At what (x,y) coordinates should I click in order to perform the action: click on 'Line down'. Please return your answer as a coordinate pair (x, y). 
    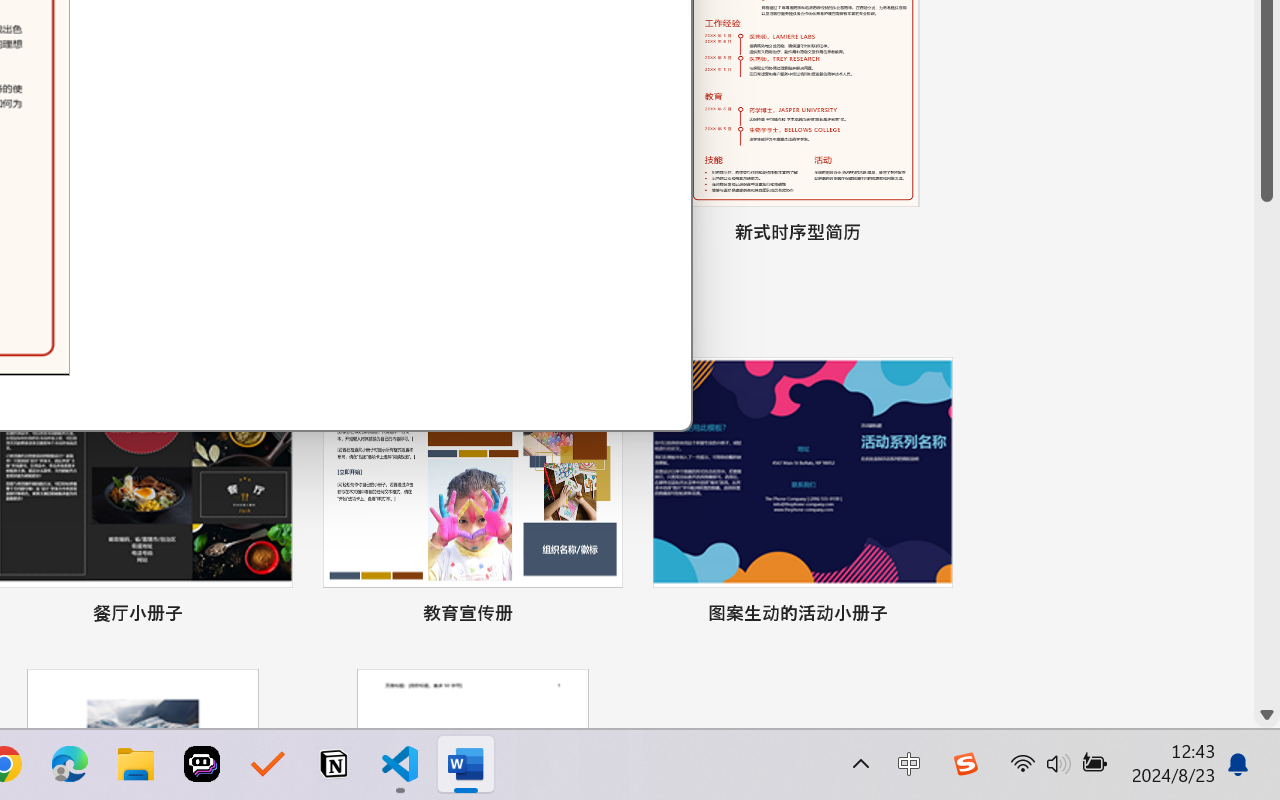
    Looking at the image, I should click on (1266, 714).